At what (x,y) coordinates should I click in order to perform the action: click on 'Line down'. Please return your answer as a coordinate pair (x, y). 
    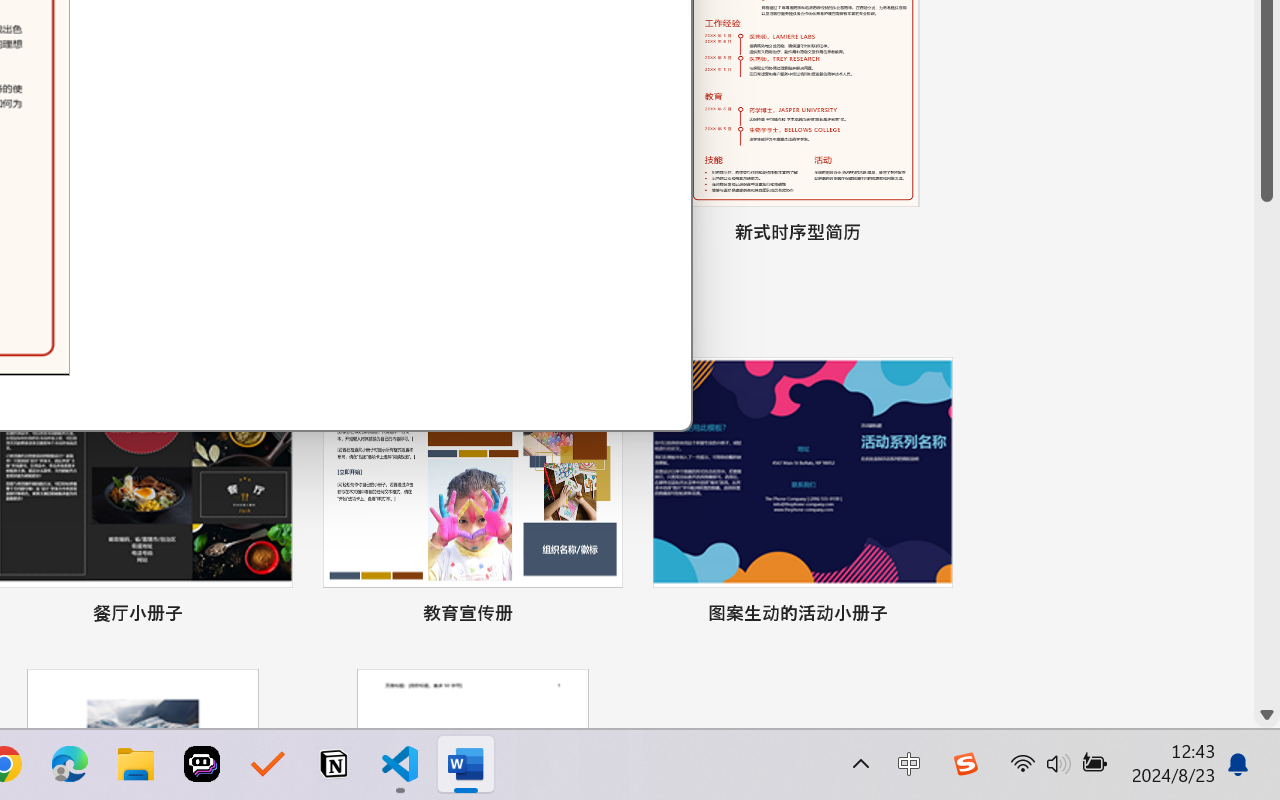
    Looking at the image, I should click on (1266, 714).